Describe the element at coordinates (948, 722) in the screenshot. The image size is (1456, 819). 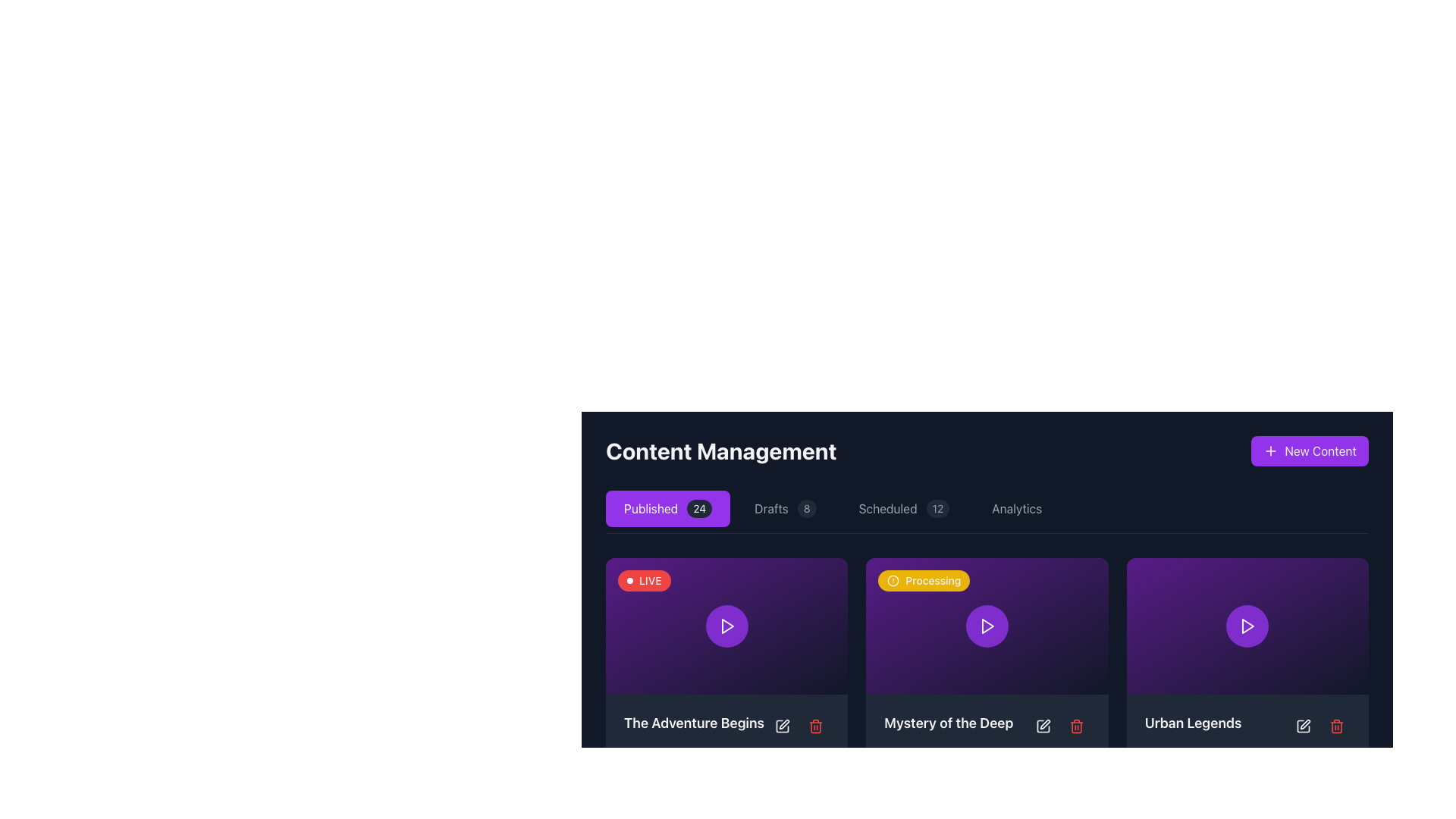
I see `the text label that displays the title or name of a specific item, located in the second card under the 'Published' section of the content management interface` at that location.